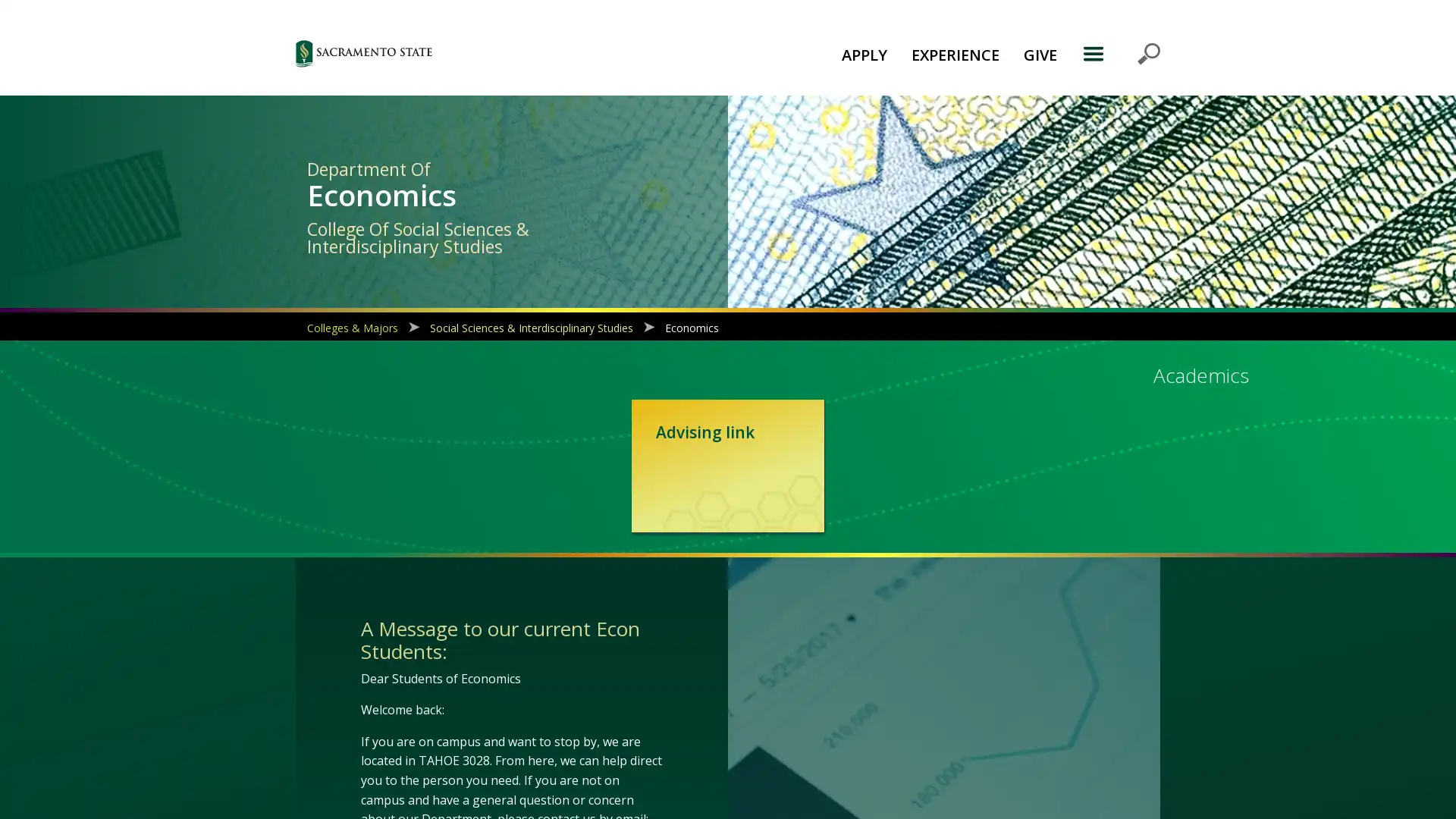 The height and width of the screenshot is (819, 1456). What do you see at coordinates (1040, 52) in the screenshot?
I see `GIVE` at bounding box center [1040, 52].